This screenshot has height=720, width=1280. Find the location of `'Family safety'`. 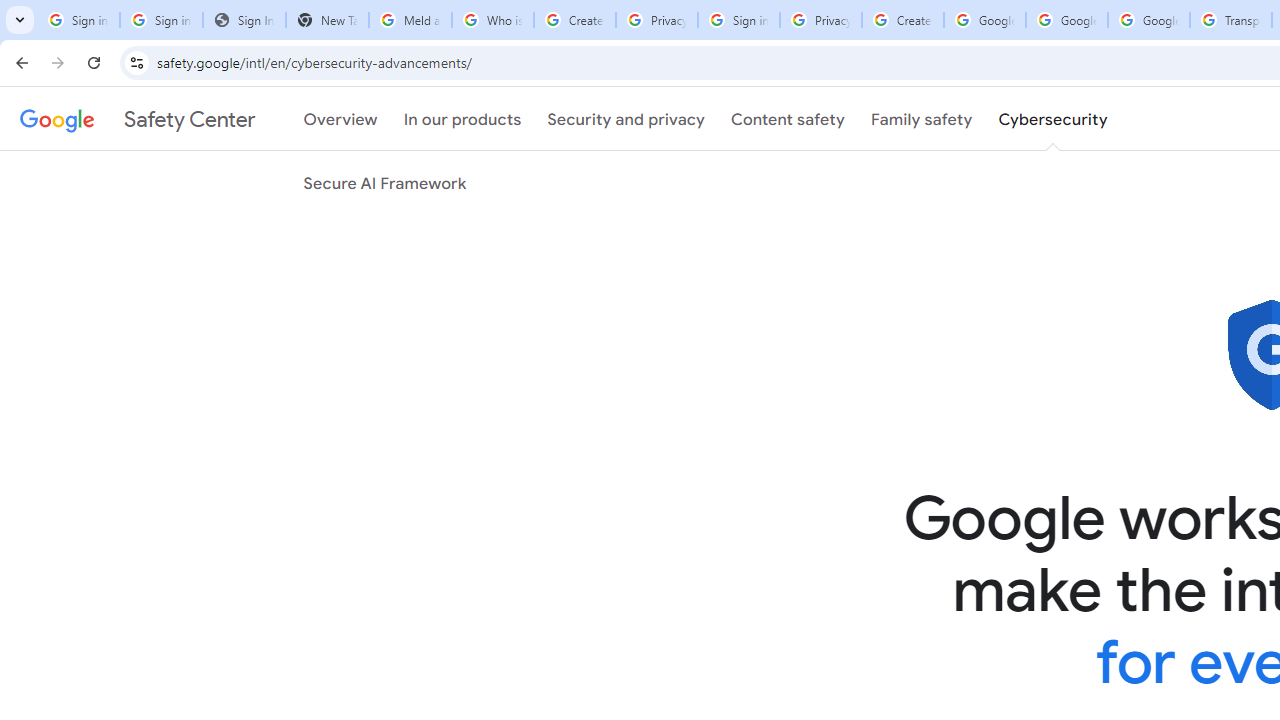

'Family safety' is located at coordinates (920, 119).